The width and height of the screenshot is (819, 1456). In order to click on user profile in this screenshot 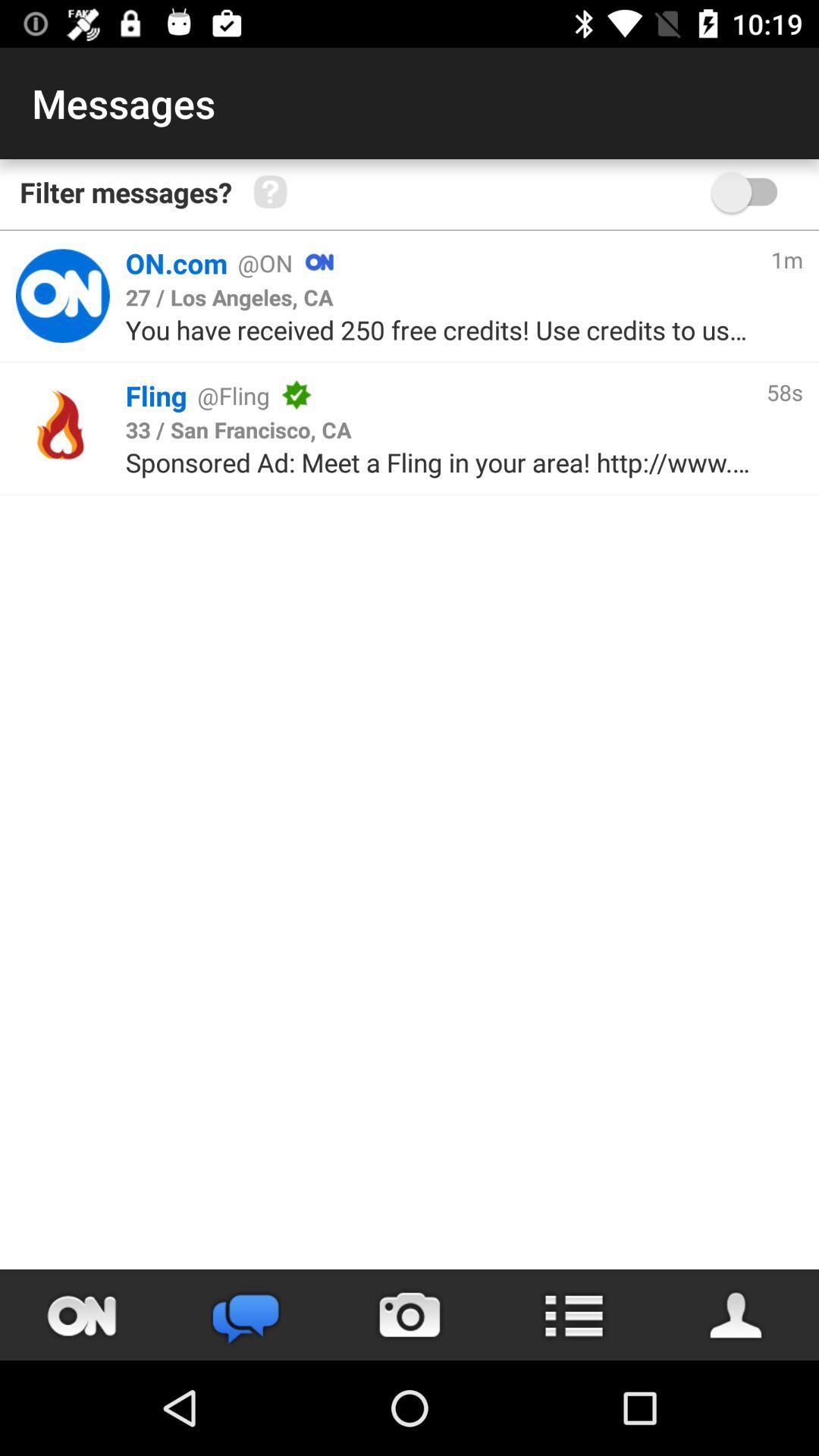, I will do `click(736, 1314)`.